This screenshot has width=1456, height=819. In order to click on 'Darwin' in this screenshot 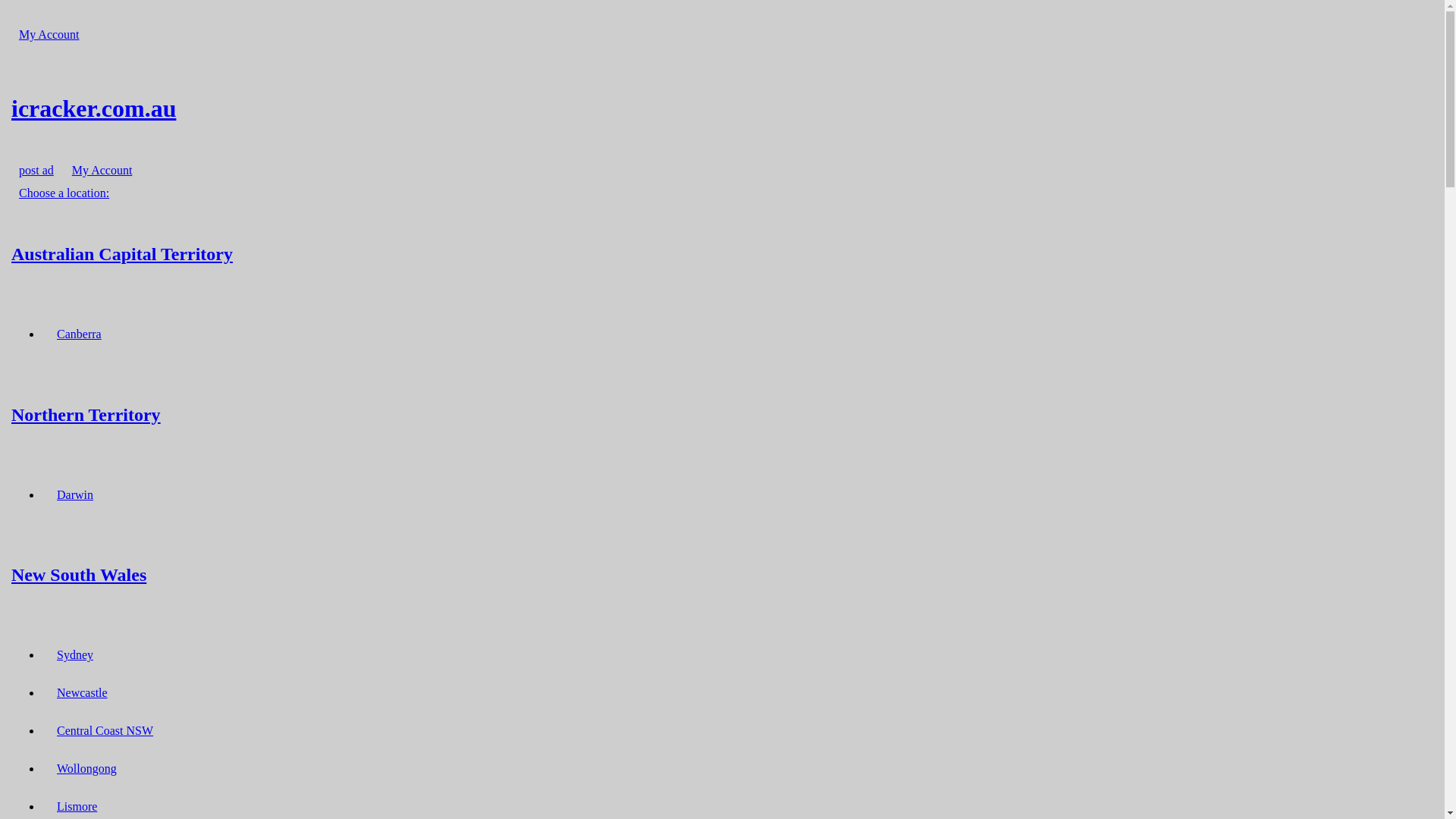, I will do `click(49, 494)`.